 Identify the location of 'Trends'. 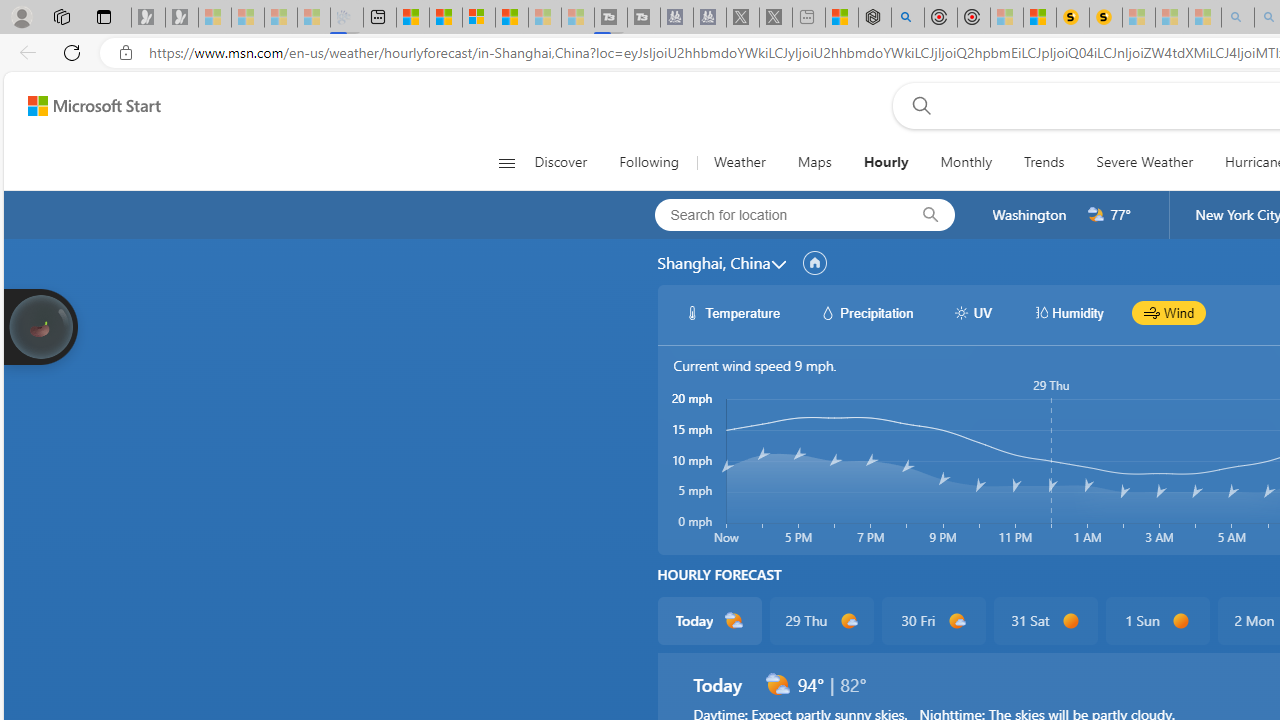
(1044, 162).